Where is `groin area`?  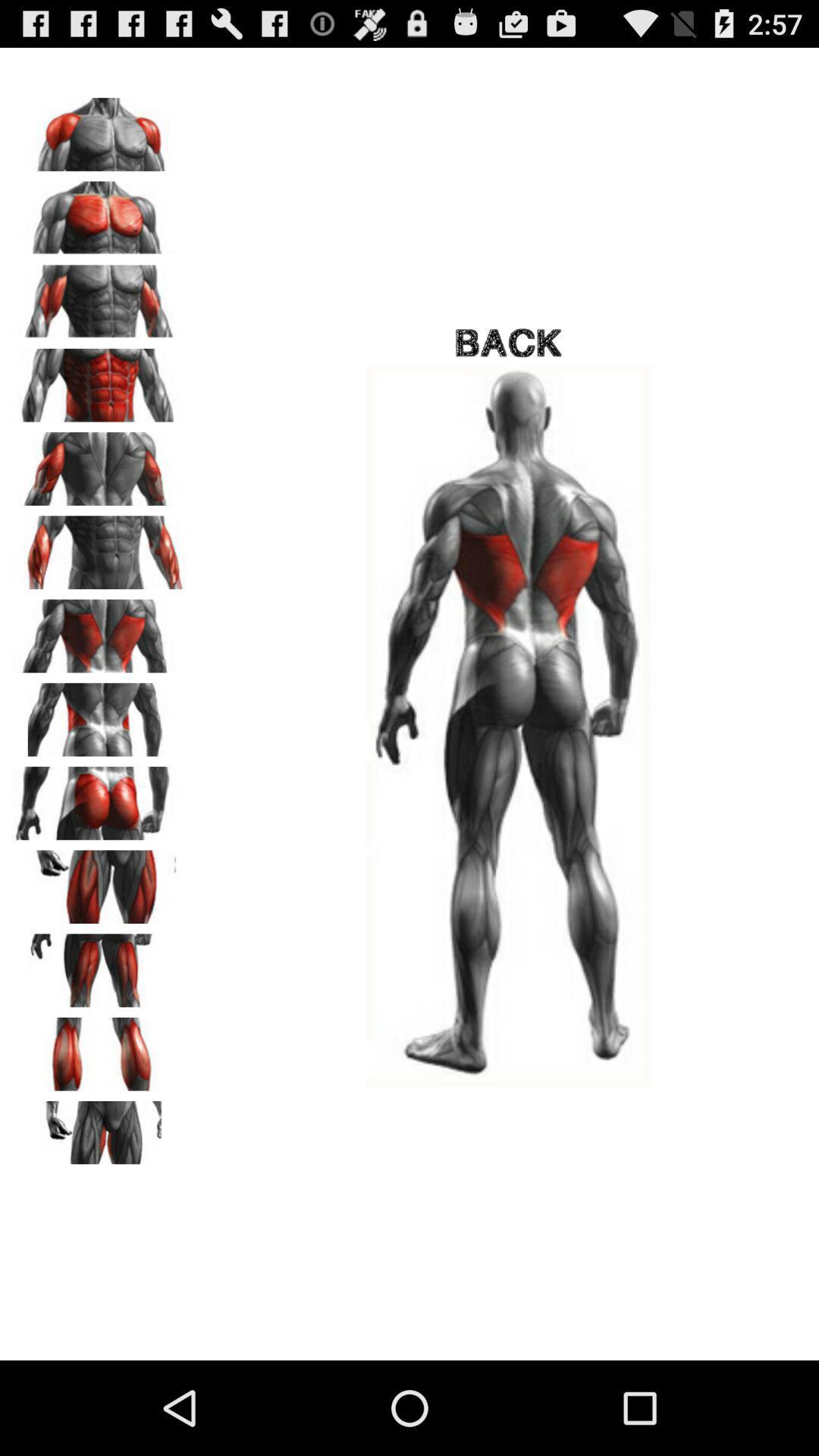 groin area is located at coordinates (99, 1132).